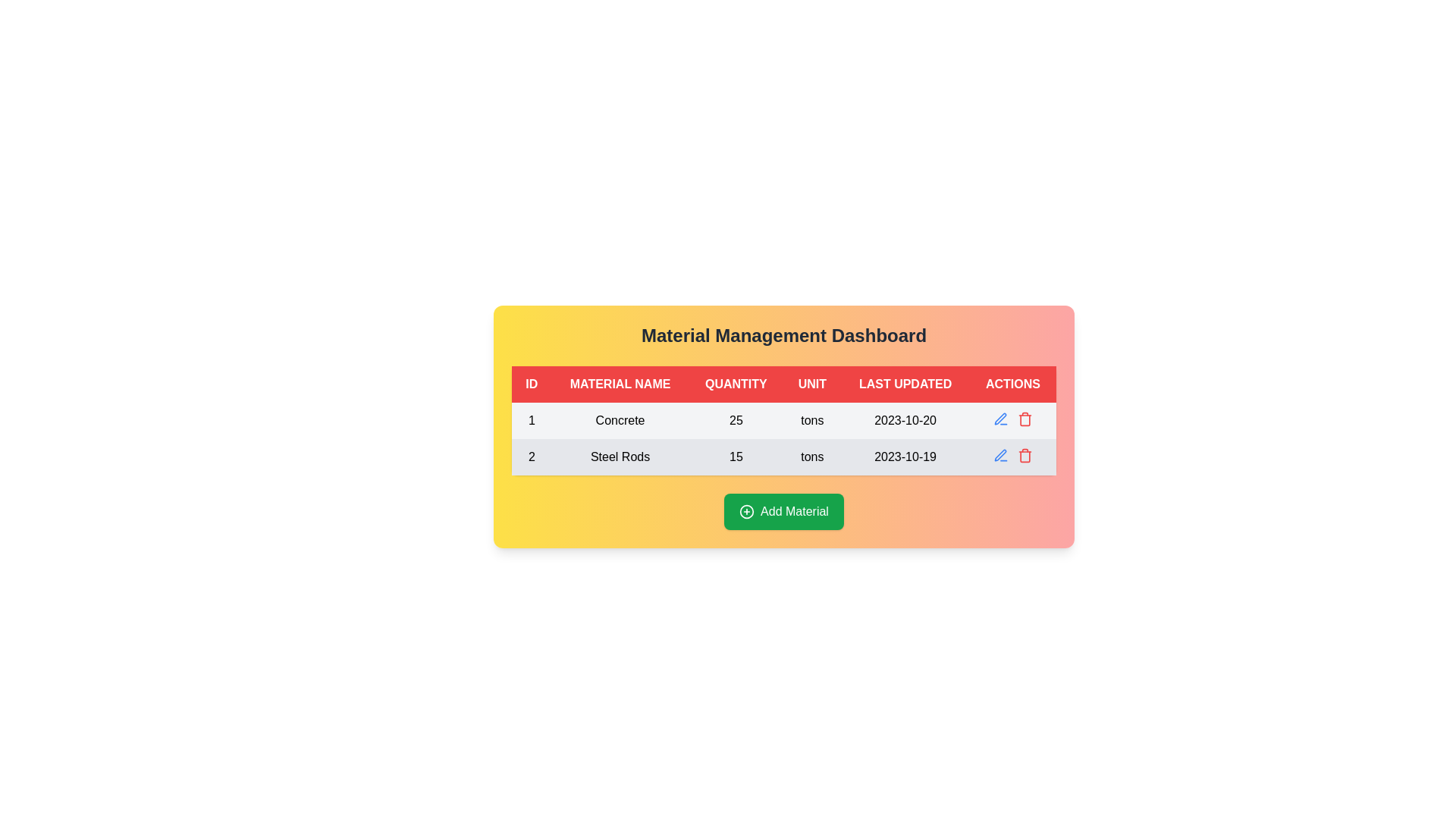 This screenshot has width=1456, height=819. Describe the element at coordinates (783, 512) in the screenshot. I see `the 'Add Material' button with a rounded green background for keyboard navigation` at that location.